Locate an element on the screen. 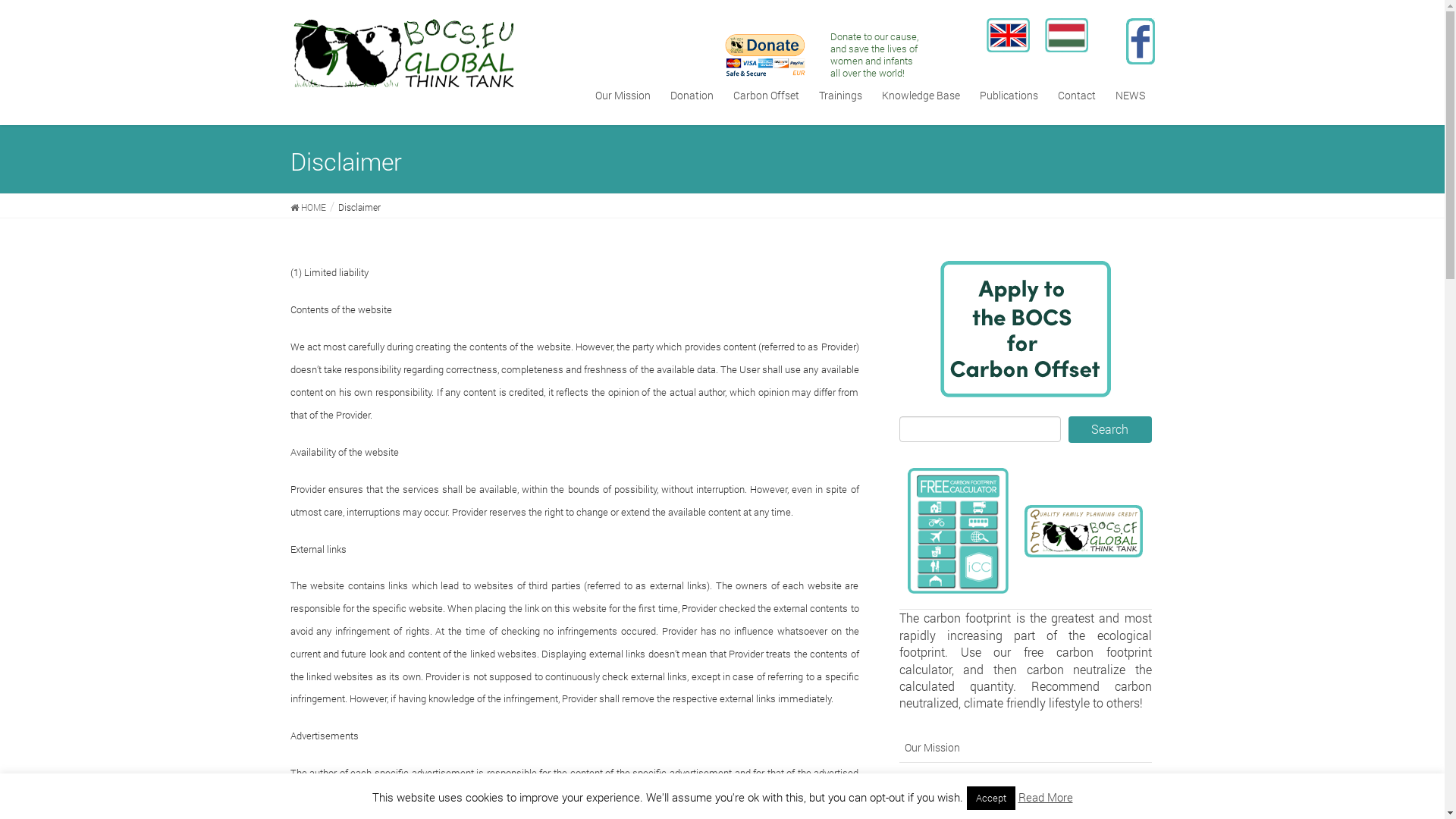 The width and height of the screenshot is (1456, 819). 'Knowledge Base' is located at coordinates (872, 95).